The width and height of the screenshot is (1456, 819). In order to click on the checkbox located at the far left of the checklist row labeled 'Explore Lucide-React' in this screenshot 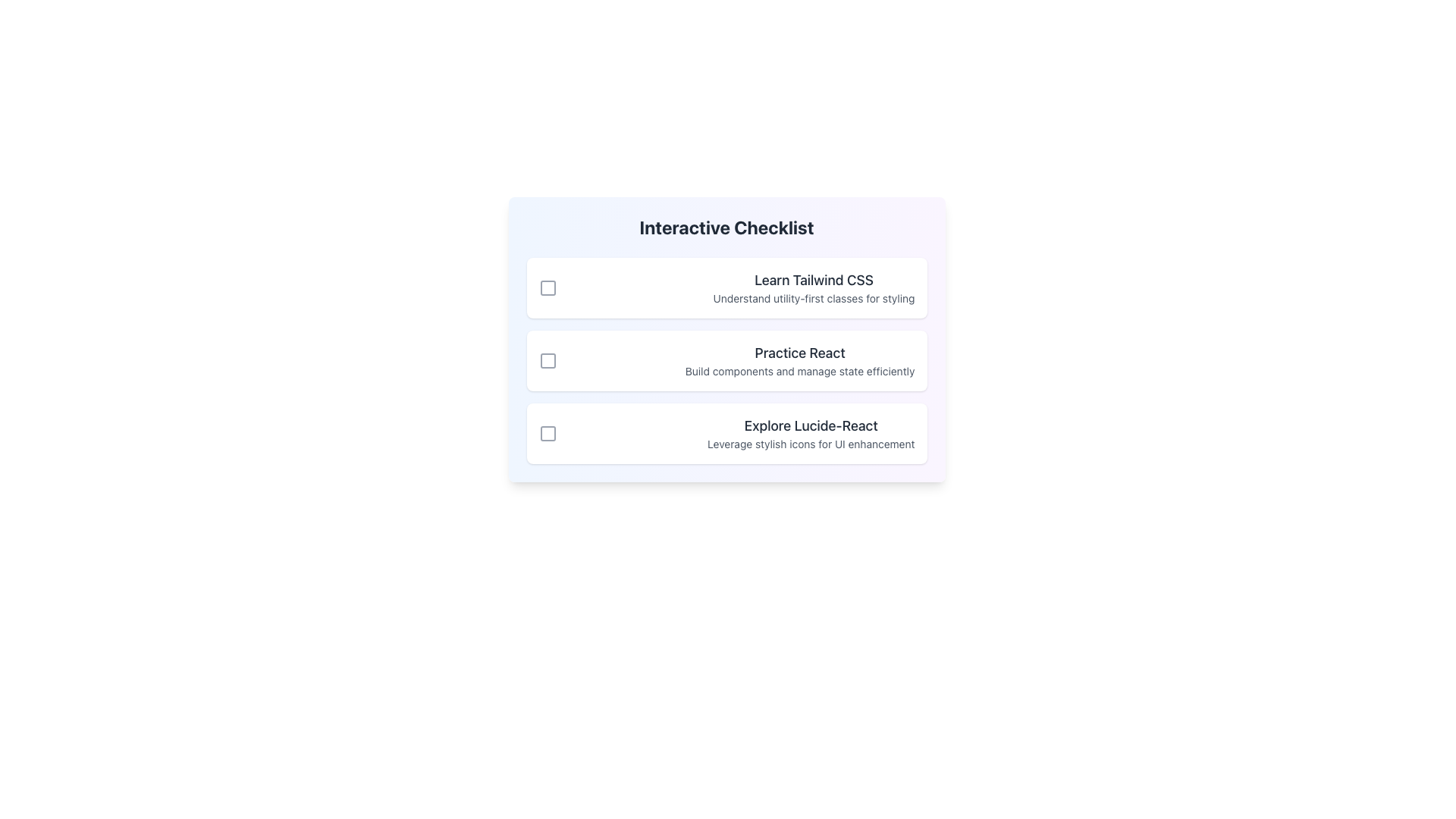, I will do `click(547, 433)`.